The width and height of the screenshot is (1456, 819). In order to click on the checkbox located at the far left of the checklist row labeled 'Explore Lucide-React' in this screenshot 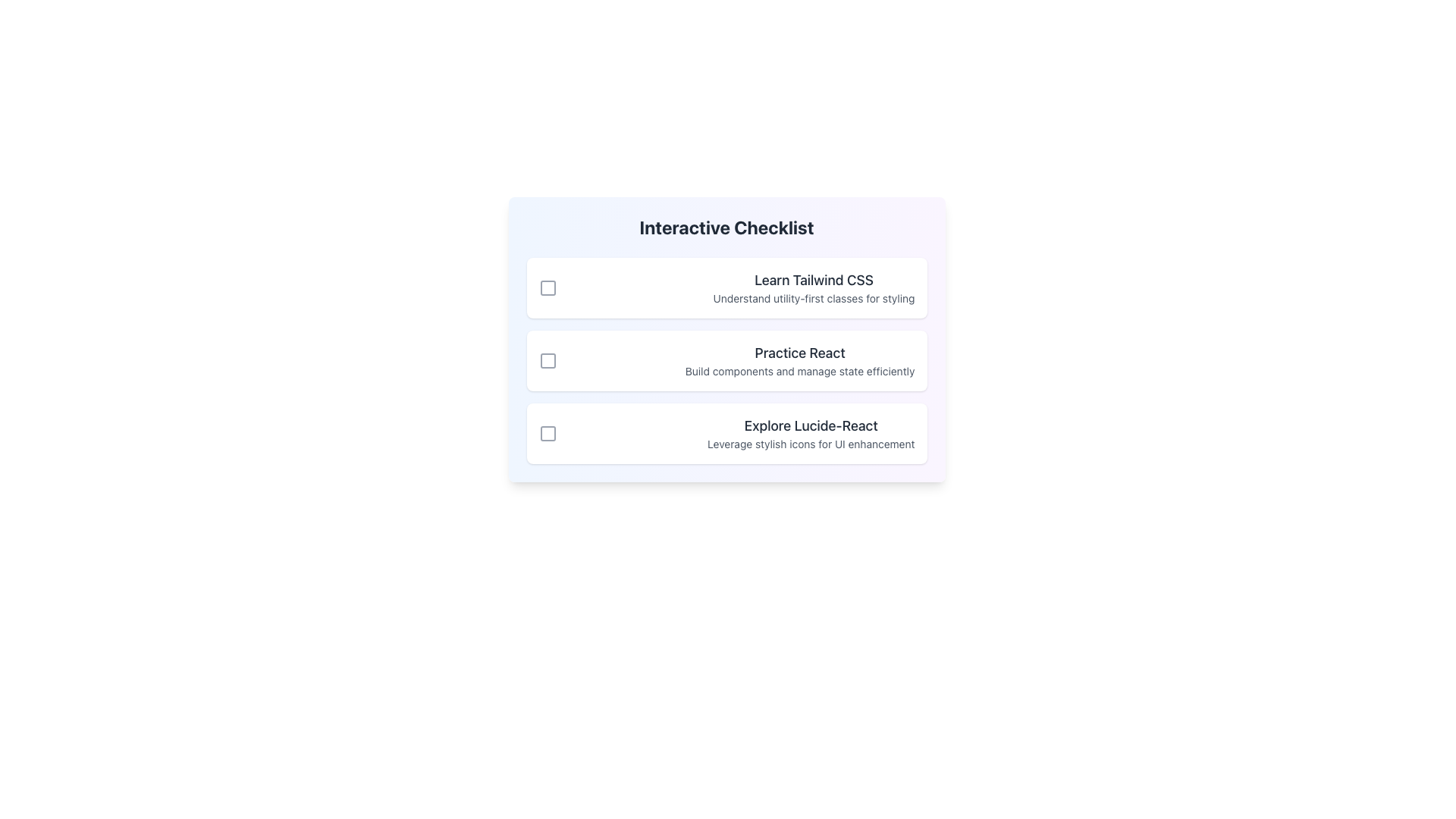, I will do `click(547, 433)`.